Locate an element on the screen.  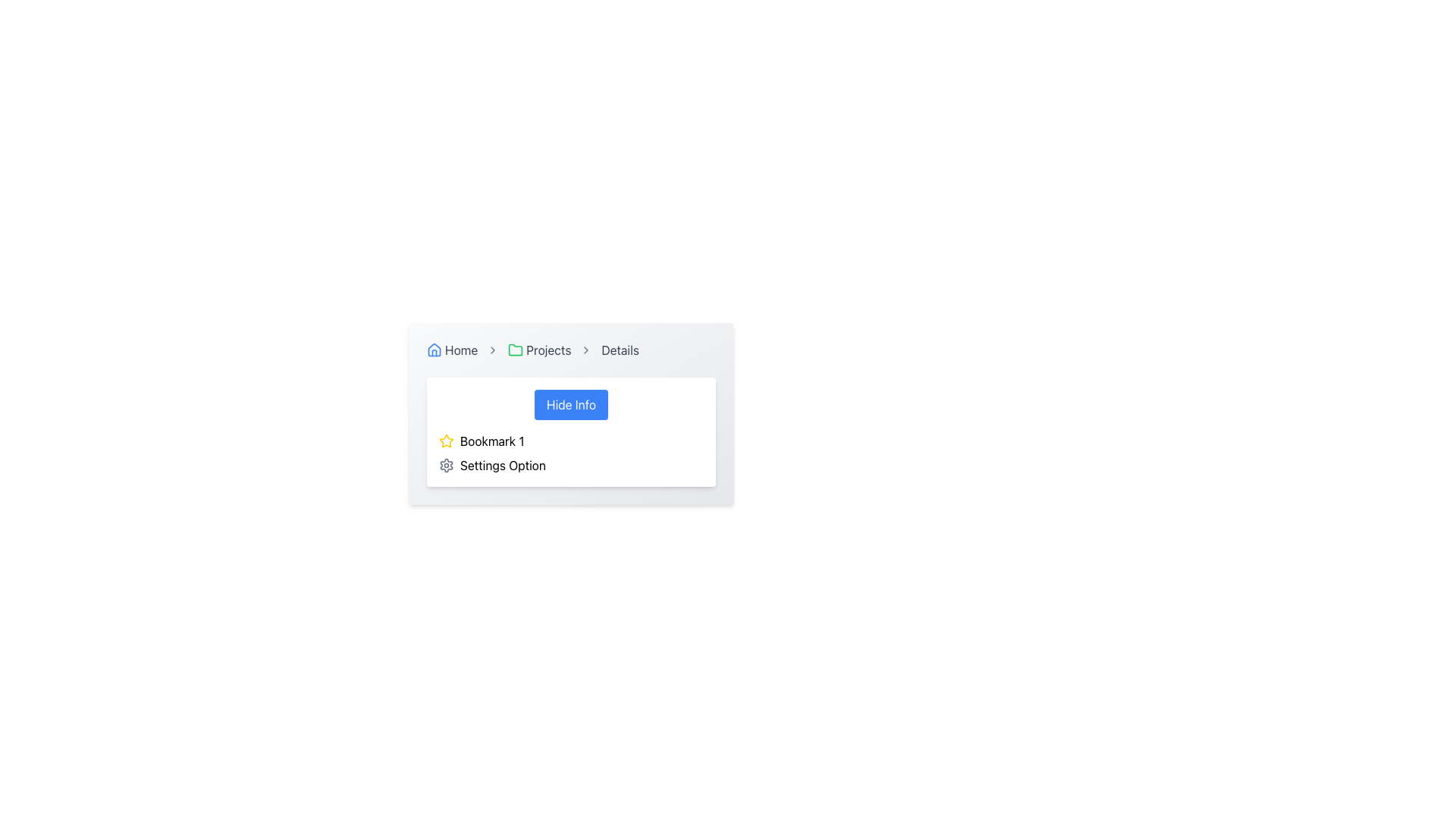
the third chevron icon in the breadcrumb navigation that separates 'Projects' and 'Details' is located at coordinates (585, 350).